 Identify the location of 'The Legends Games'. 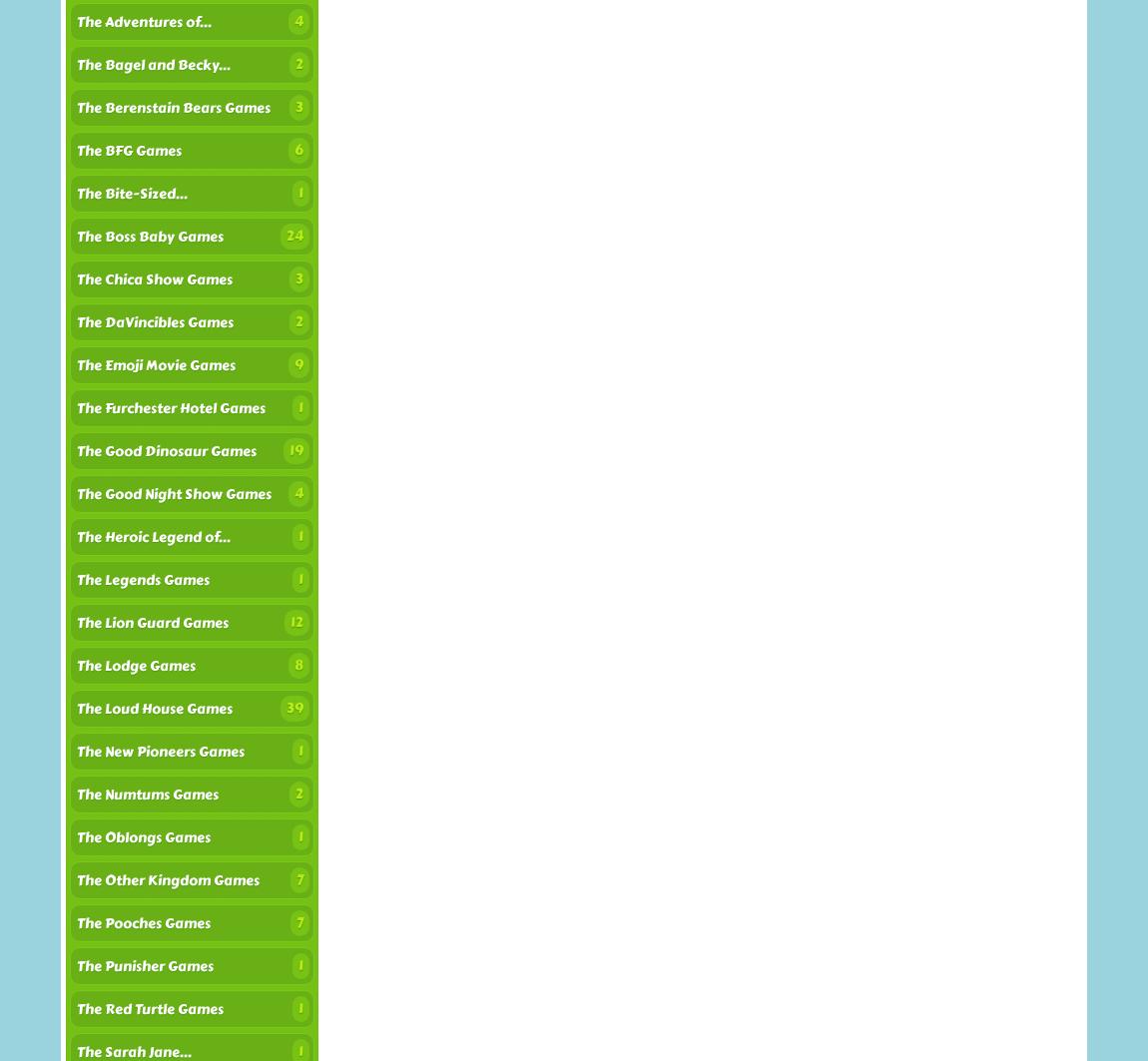
(76, 579).